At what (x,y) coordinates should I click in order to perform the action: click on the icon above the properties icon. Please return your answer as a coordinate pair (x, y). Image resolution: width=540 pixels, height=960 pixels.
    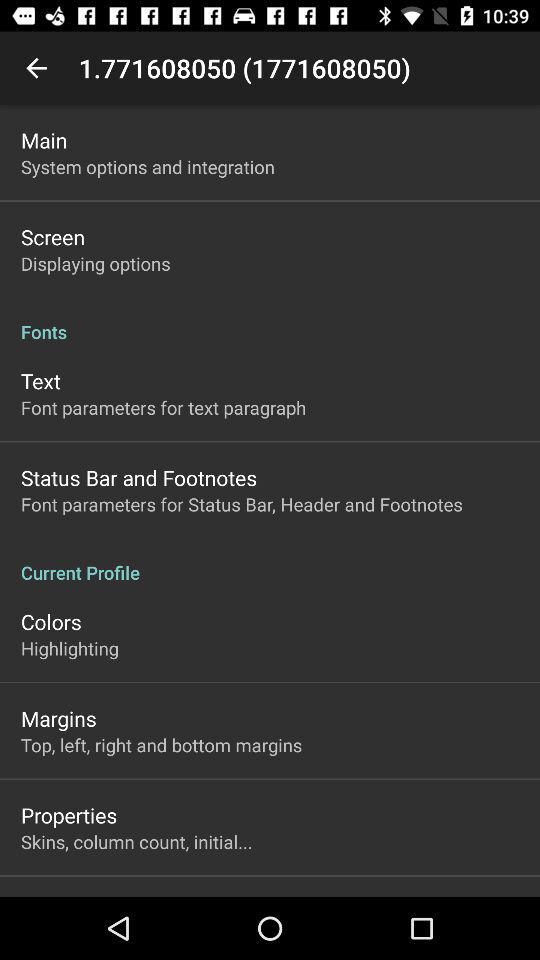
    Looking at the image, I should click on (160, 744).